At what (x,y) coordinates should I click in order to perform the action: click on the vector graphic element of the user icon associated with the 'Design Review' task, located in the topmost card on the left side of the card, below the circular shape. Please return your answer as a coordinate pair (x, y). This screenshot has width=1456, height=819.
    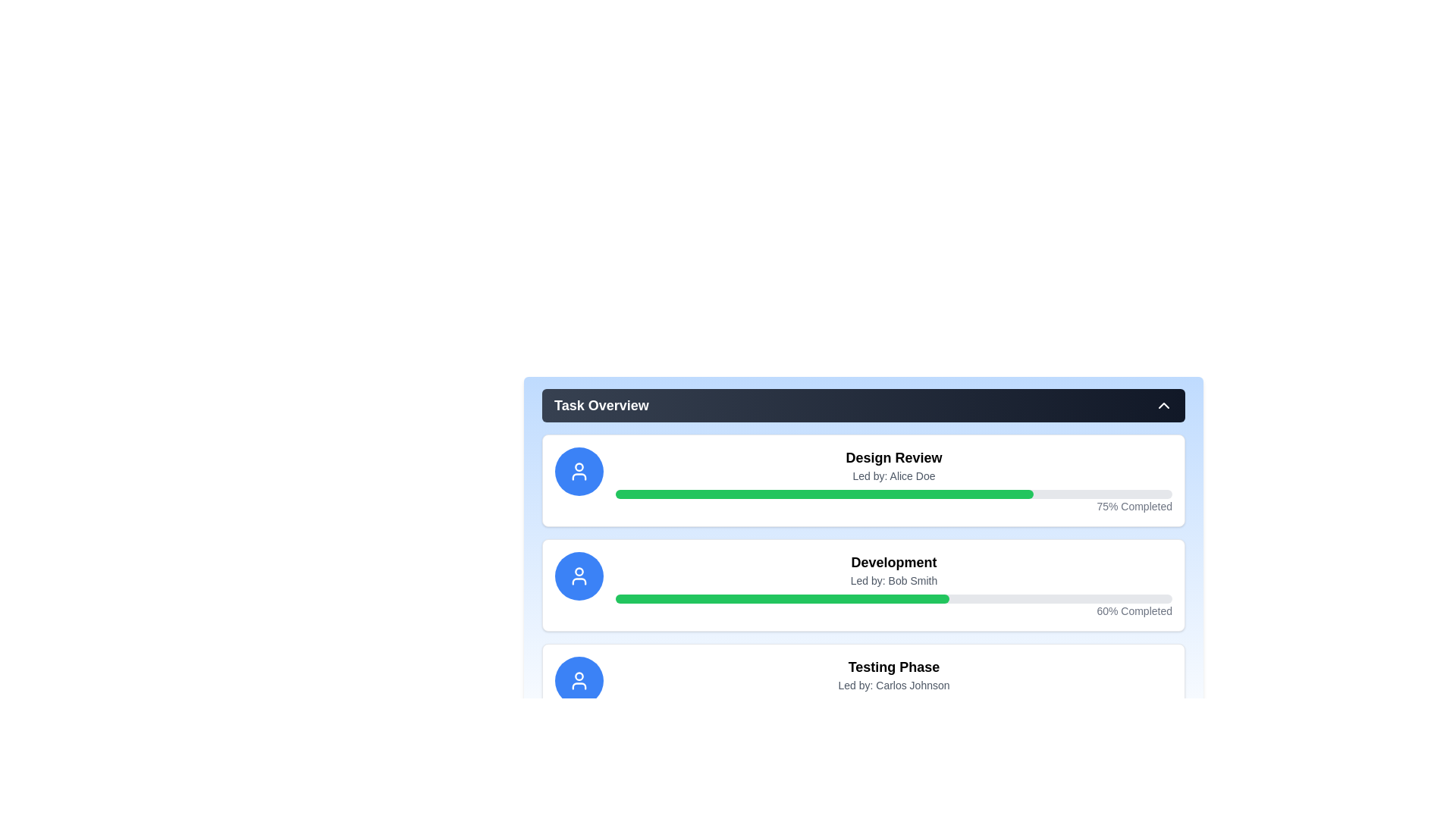
    Looking at the image, I should click on (578, 475).